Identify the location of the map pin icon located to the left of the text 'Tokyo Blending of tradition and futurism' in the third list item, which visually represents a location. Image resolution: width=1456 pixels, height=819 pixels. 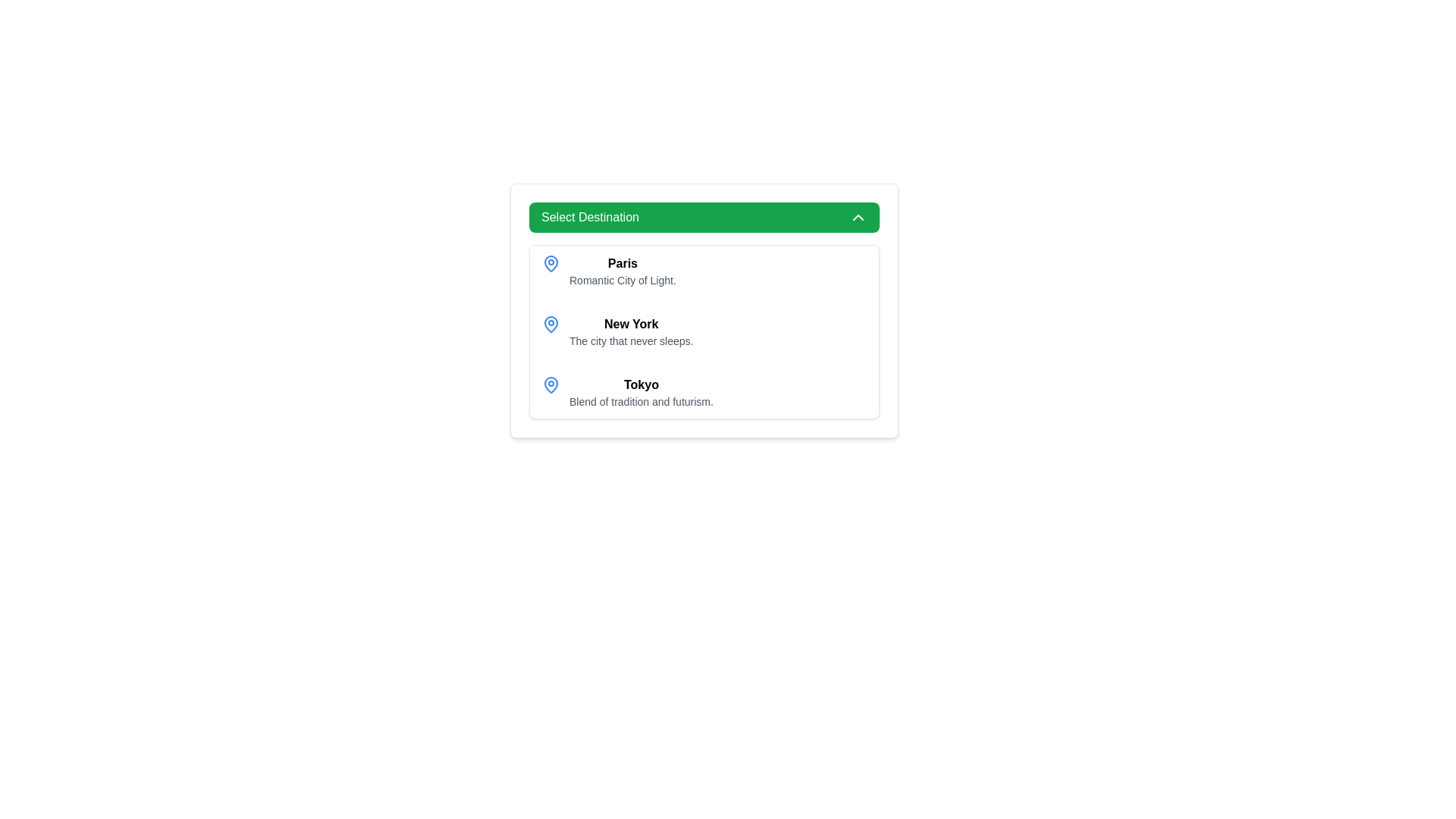
(550, 384).